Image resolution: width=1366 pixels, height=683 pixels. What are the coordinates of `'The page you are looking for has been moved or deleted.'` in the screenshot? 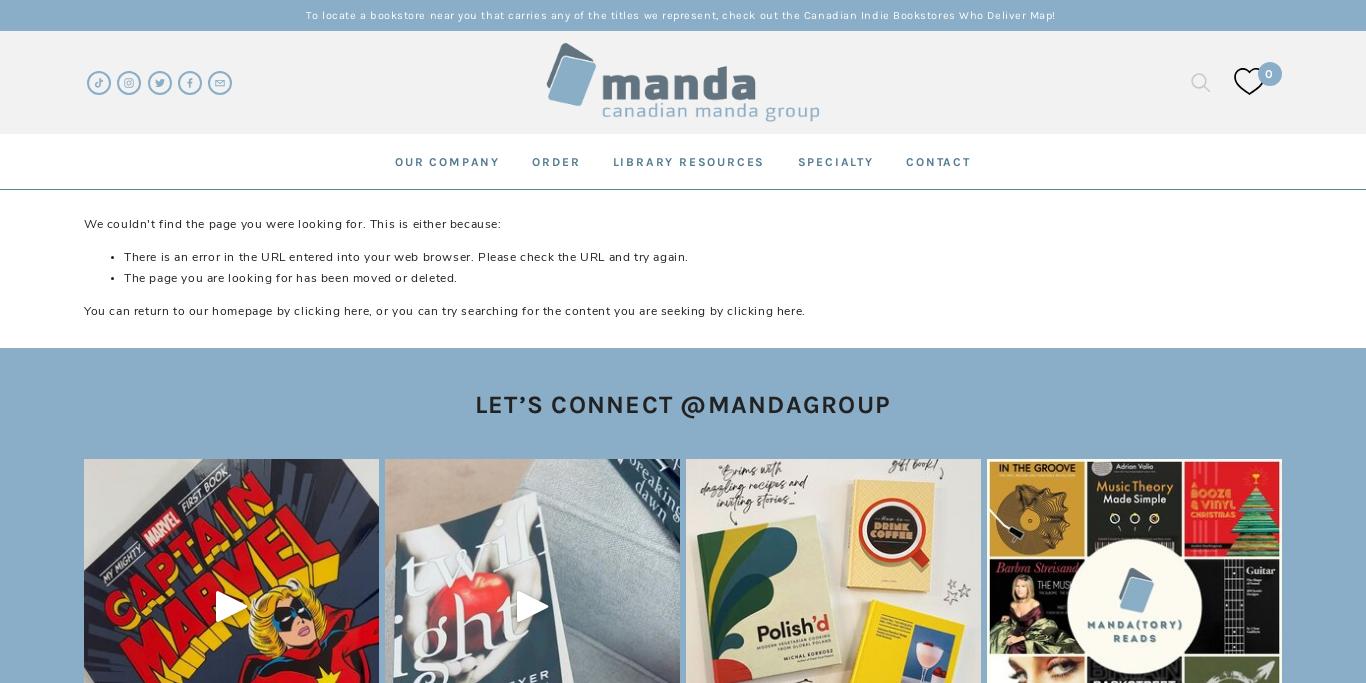 It's located at (290, 276).